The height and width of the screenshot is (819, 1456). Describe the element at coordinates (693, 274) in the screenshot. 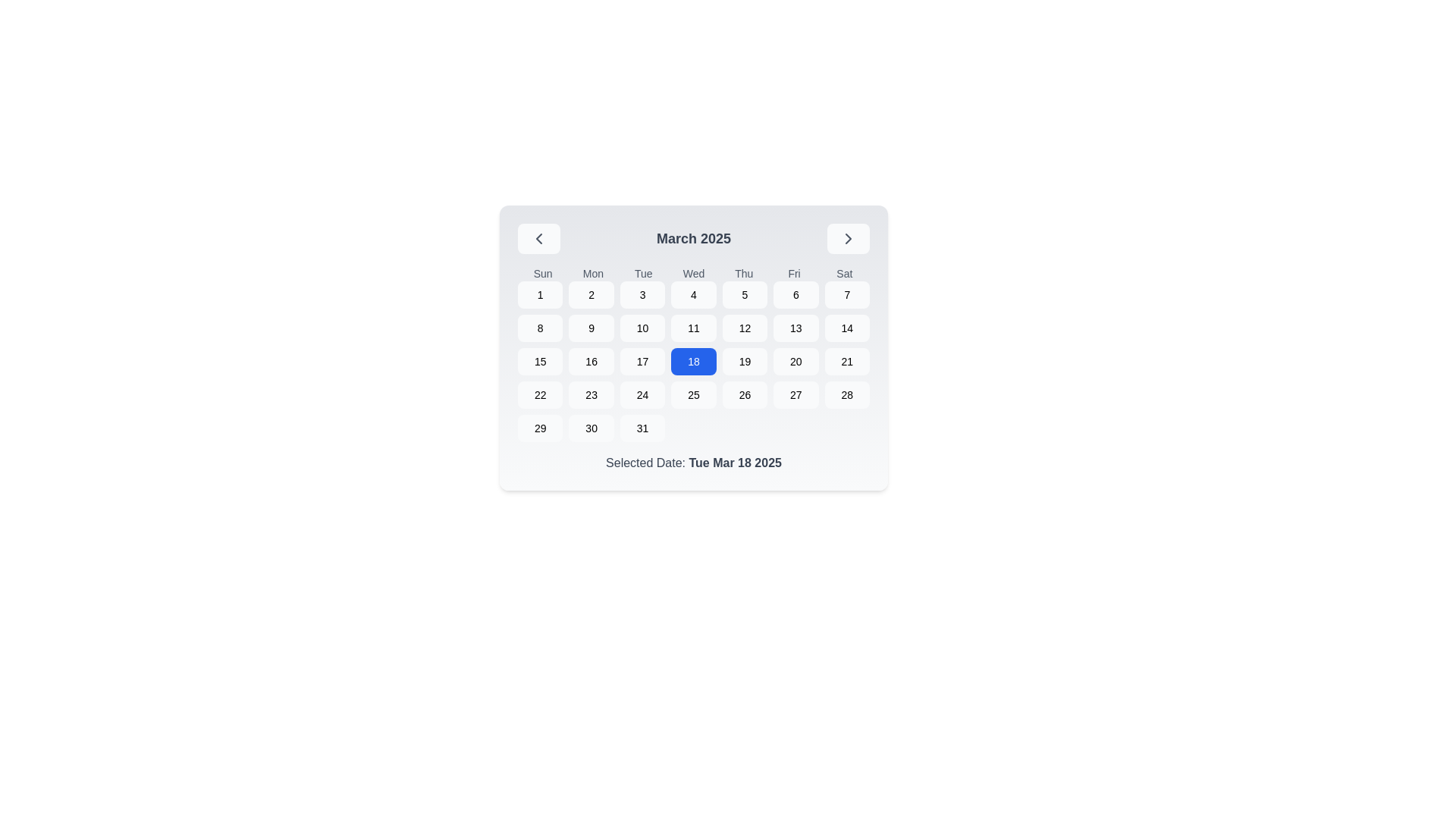

I see `the text label displaying 'Wed', which is the fourth label in a row of day abbreviations in a calendar component` at that location.